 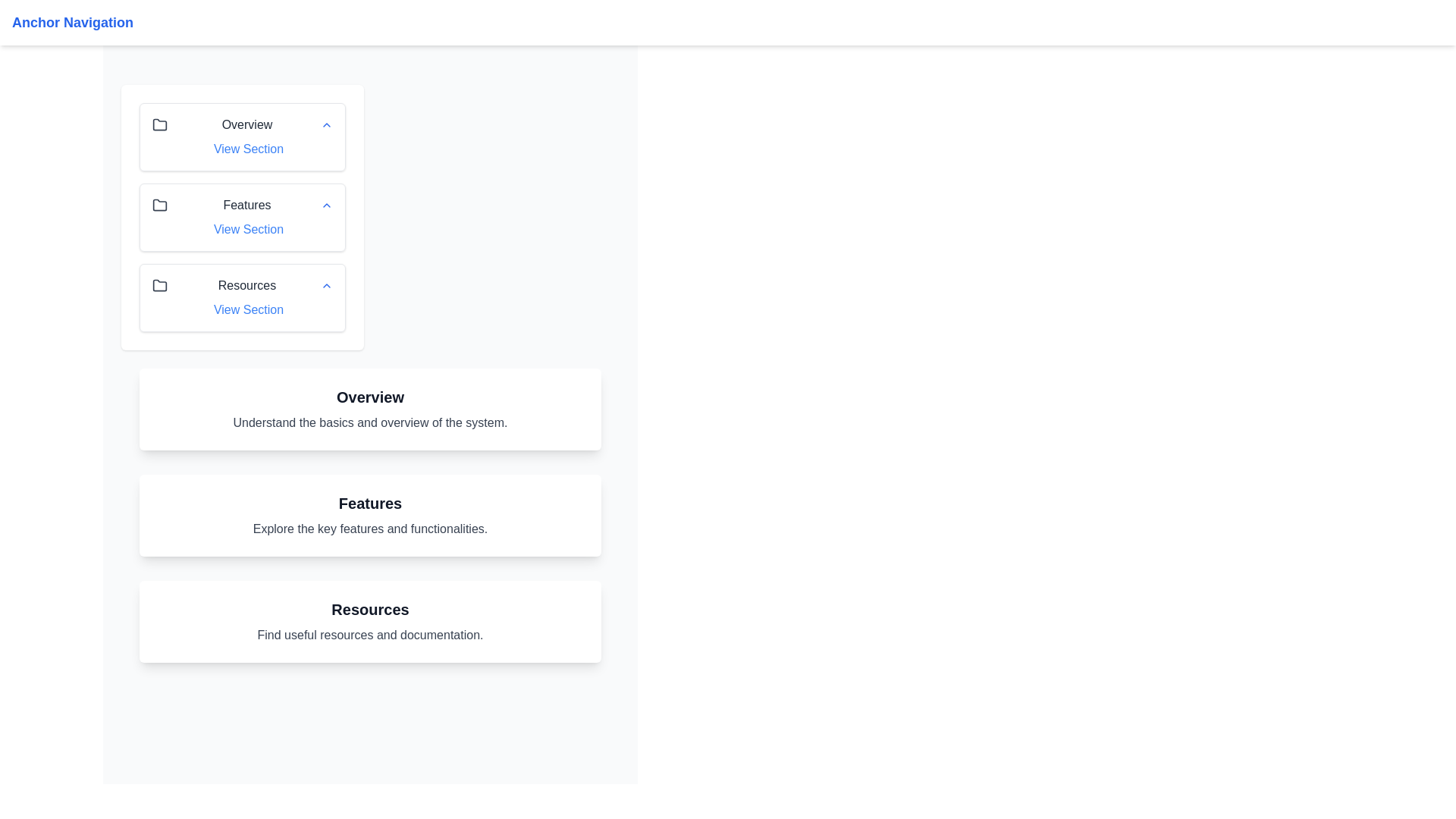 What do you see at coordinates (248, 309) in the screenshot?
I see `the third hyperlink labeled 'View Section' under the 'Resources' section of the left-hand navigation menu` at bounding box center [248, 309].